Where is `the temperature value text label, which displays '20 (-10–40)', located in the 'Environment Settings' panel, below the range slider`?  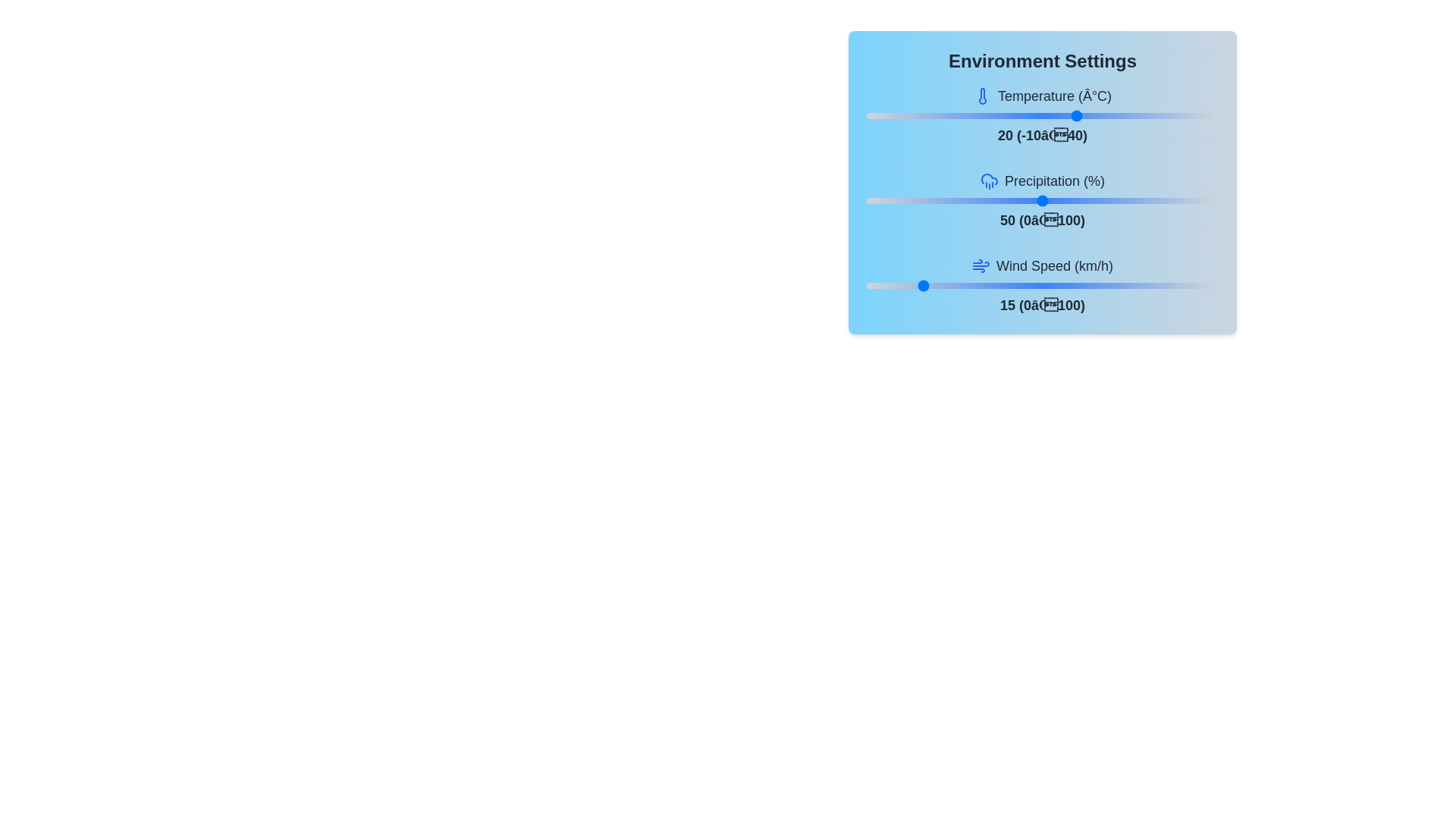
the temperature value text label, which displays '20 (-10–40)', located in the 'Environment Settings' panel, below the range slider is located at coordinates (1041, 134).